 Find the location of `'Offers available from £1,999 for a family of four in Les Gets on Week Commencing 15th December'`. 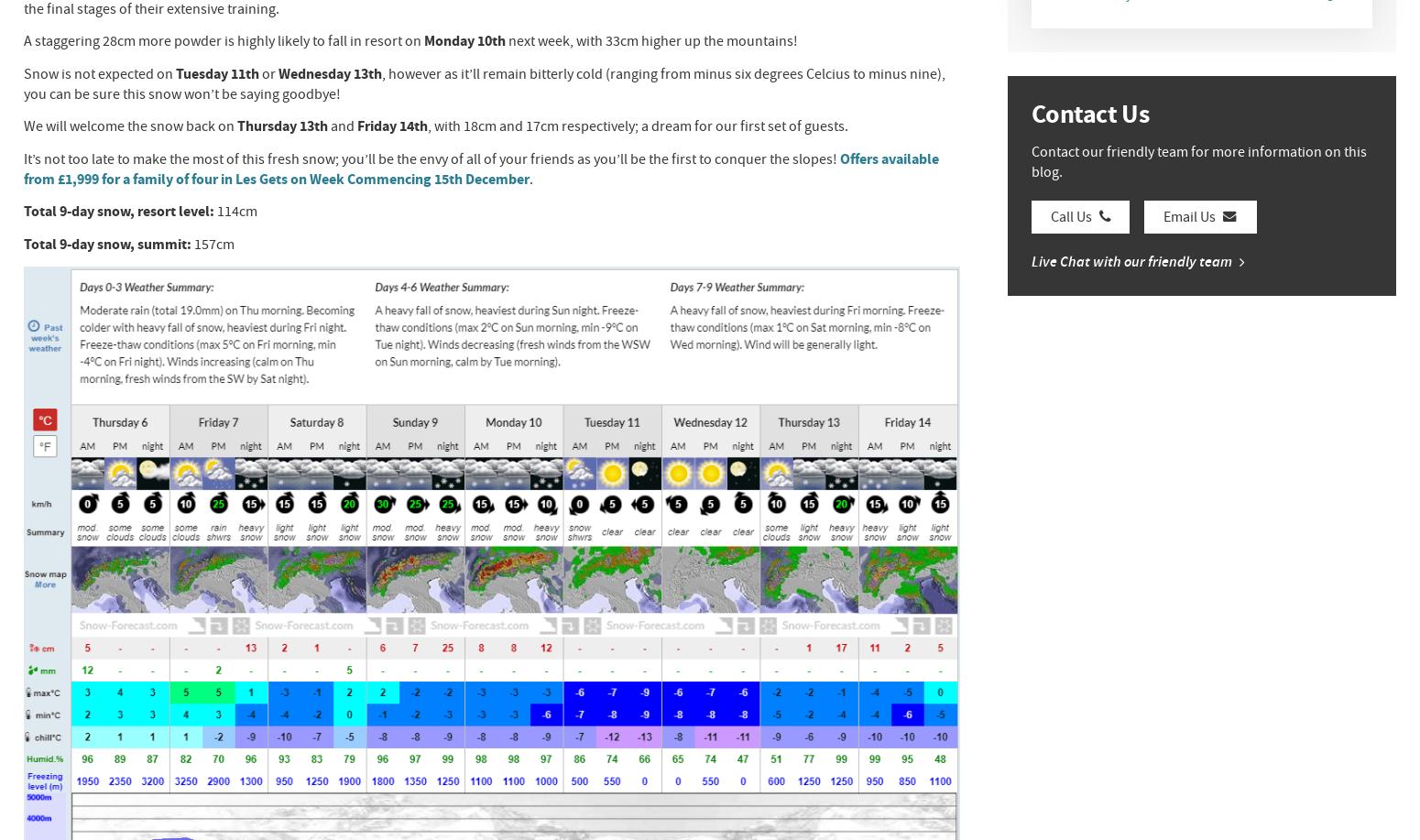

'Offers available from £1,999 for a family of four in Les Gets on Week Commencing 15th December' is located at coordinates (479, 169).